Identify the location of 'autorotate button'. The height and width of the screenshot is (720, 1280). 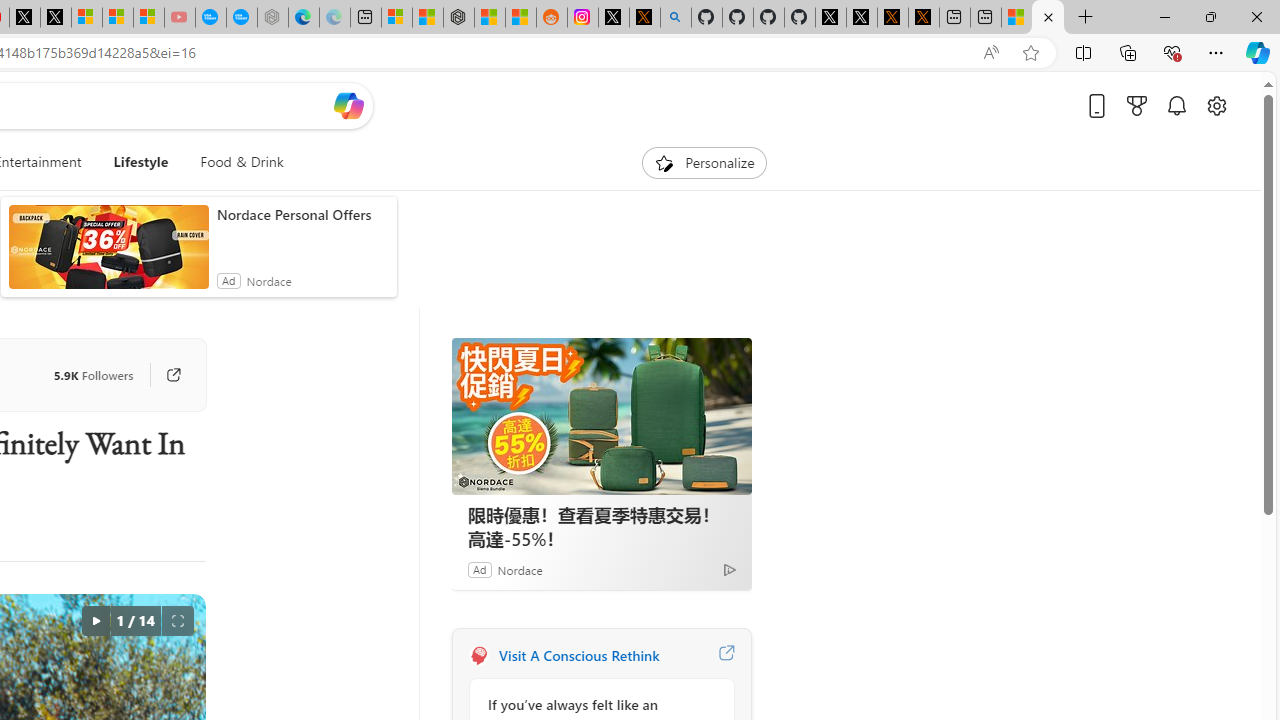
(94, 620).